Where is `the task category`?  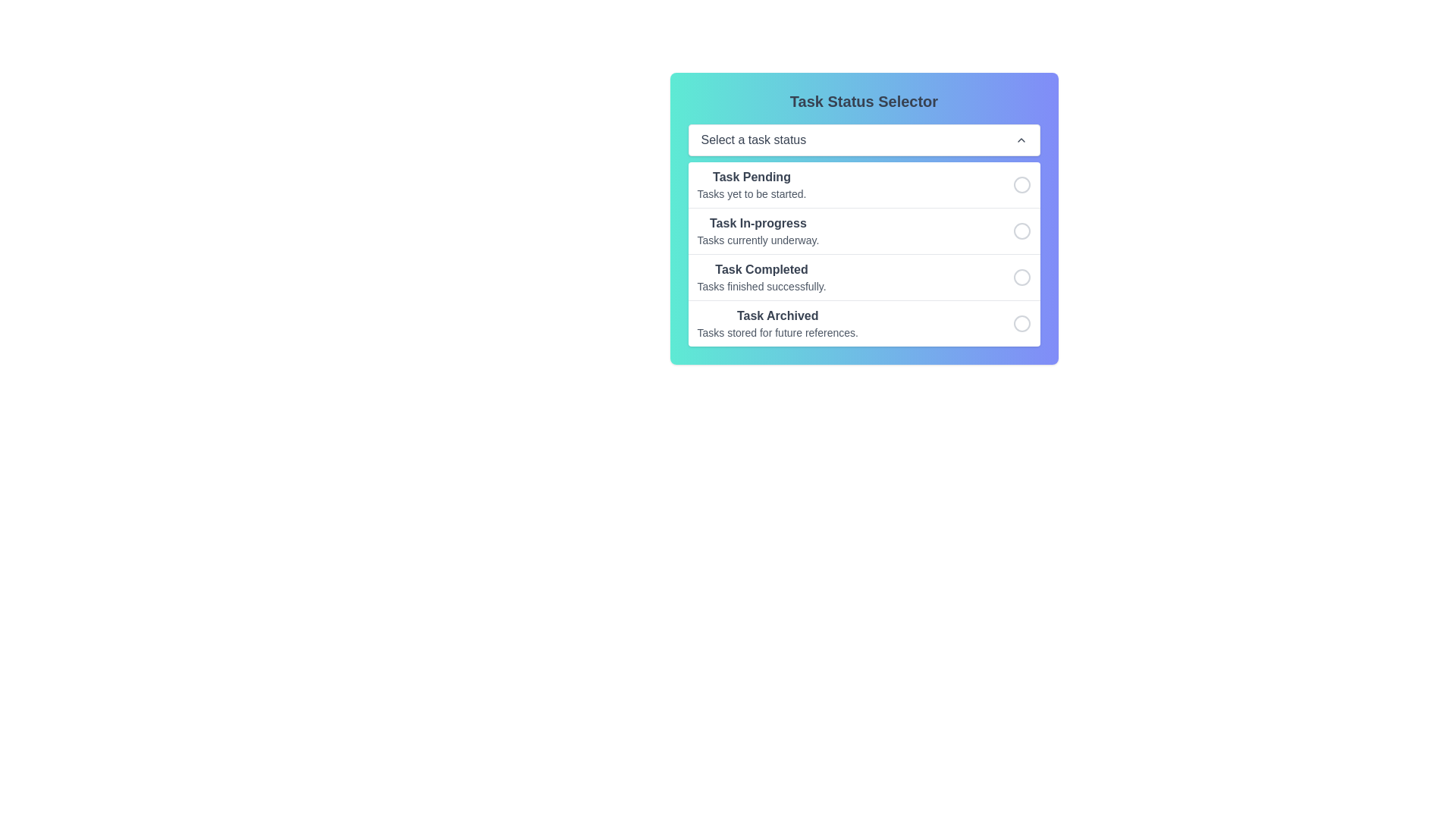
the task category is located at coordinates (758, 223).